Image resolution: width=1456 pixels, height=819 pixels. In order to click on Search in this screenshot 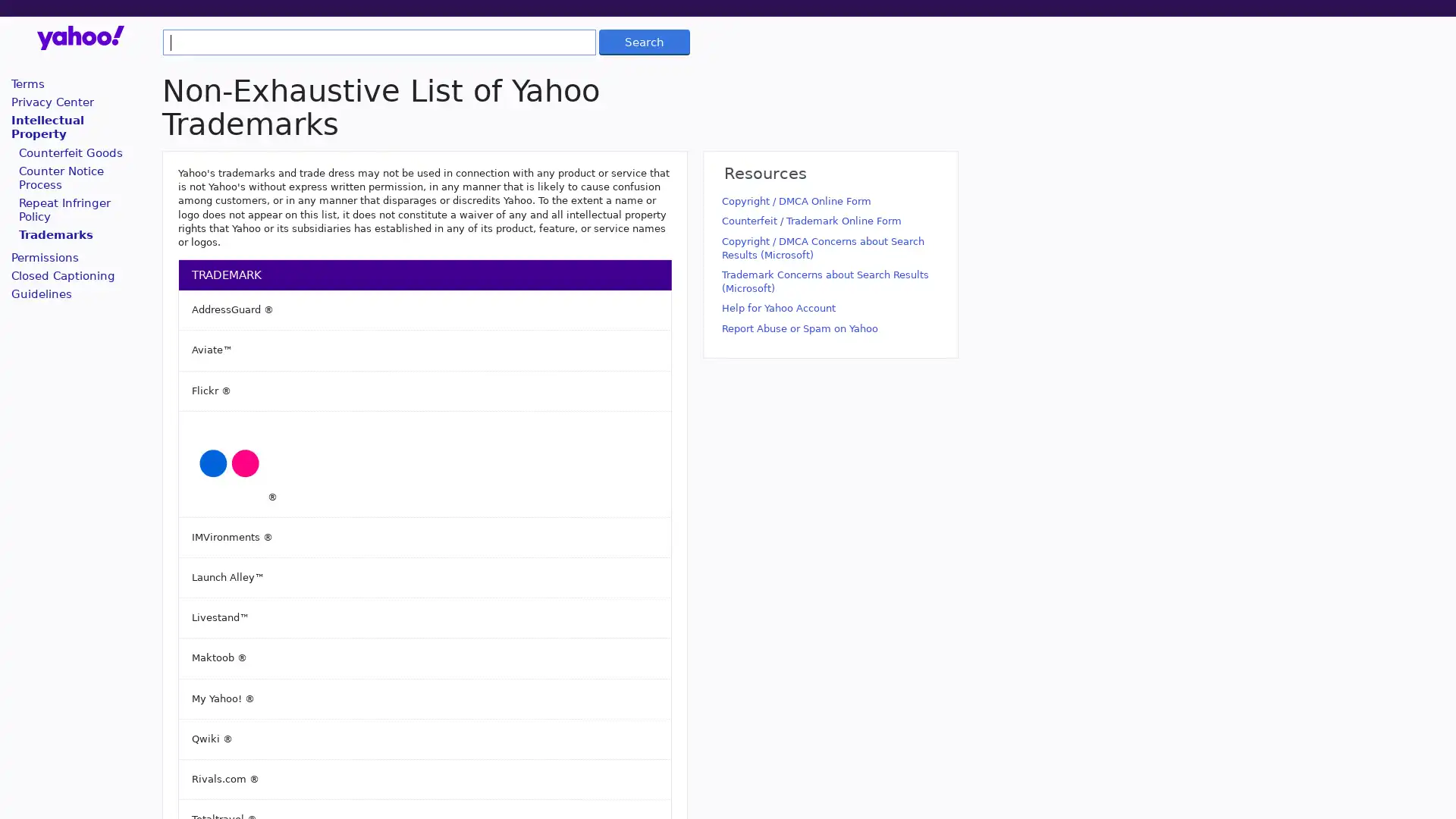, I will do `click(644, 40)`.